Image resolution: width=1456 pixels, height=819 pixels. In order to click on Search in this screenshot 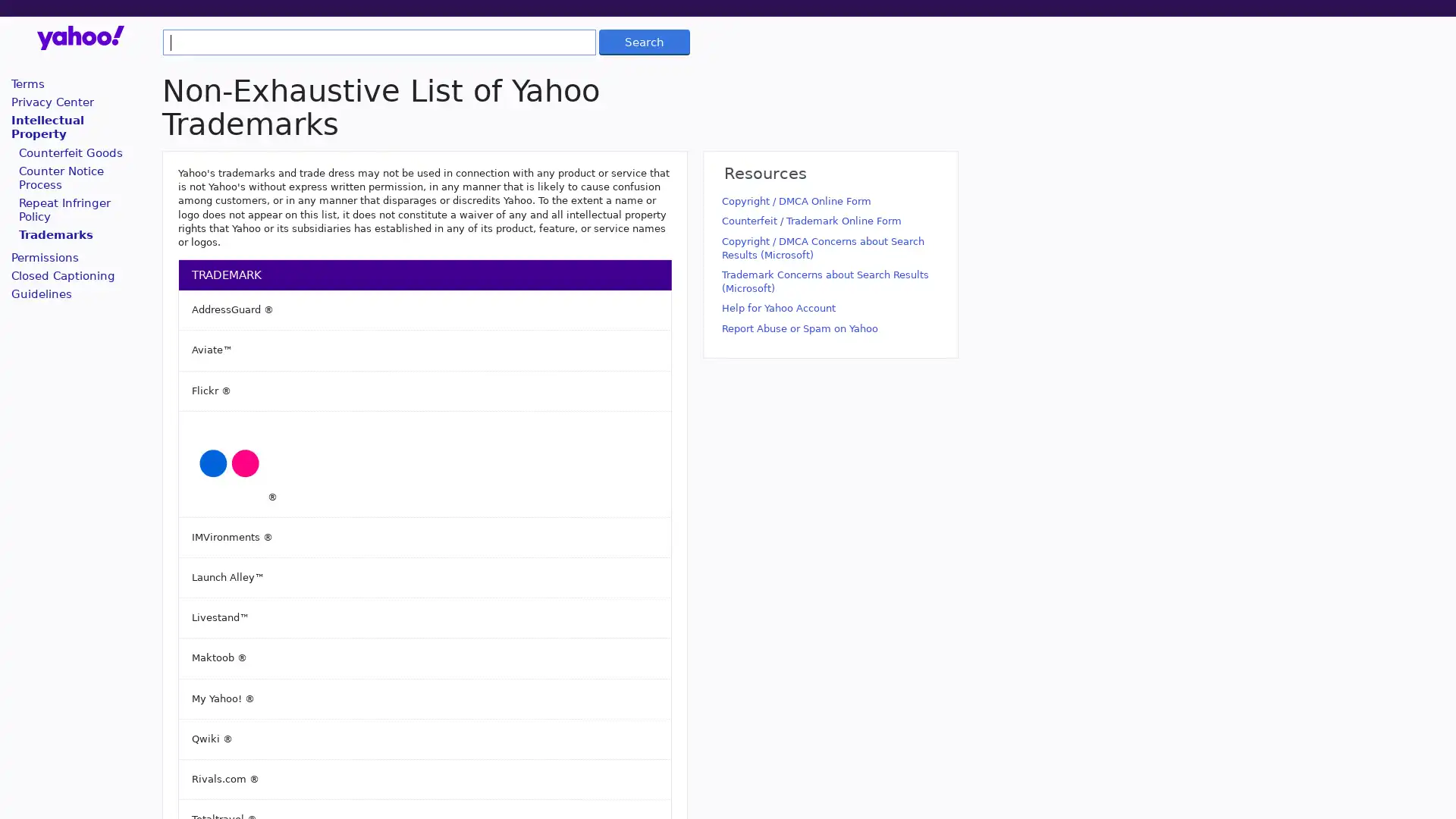, I will do `click(644, 40)`.